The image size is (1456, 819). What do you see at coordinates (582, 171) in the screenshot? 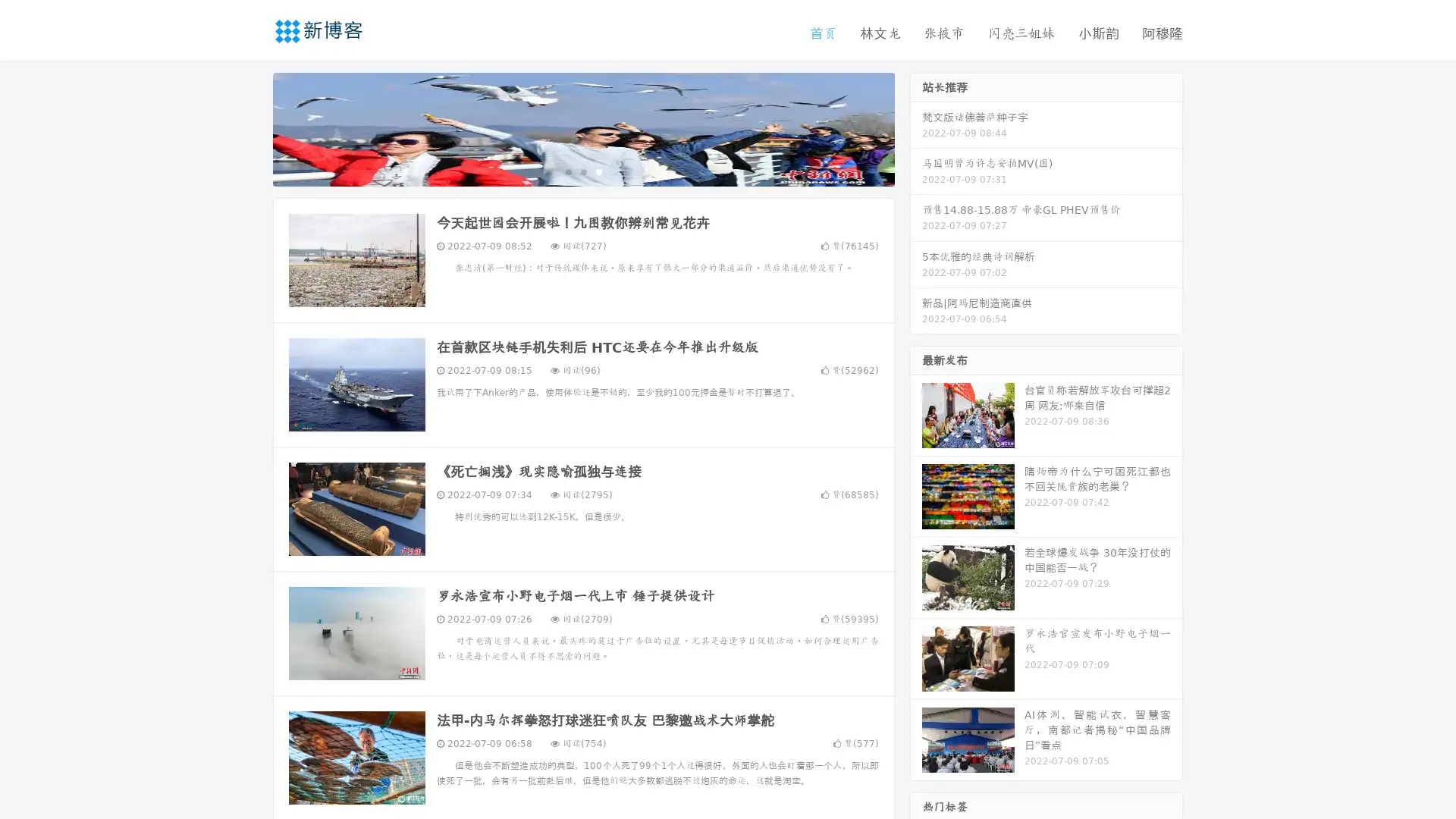
I see `Go to slide 2` at bounding box center [582, 171].